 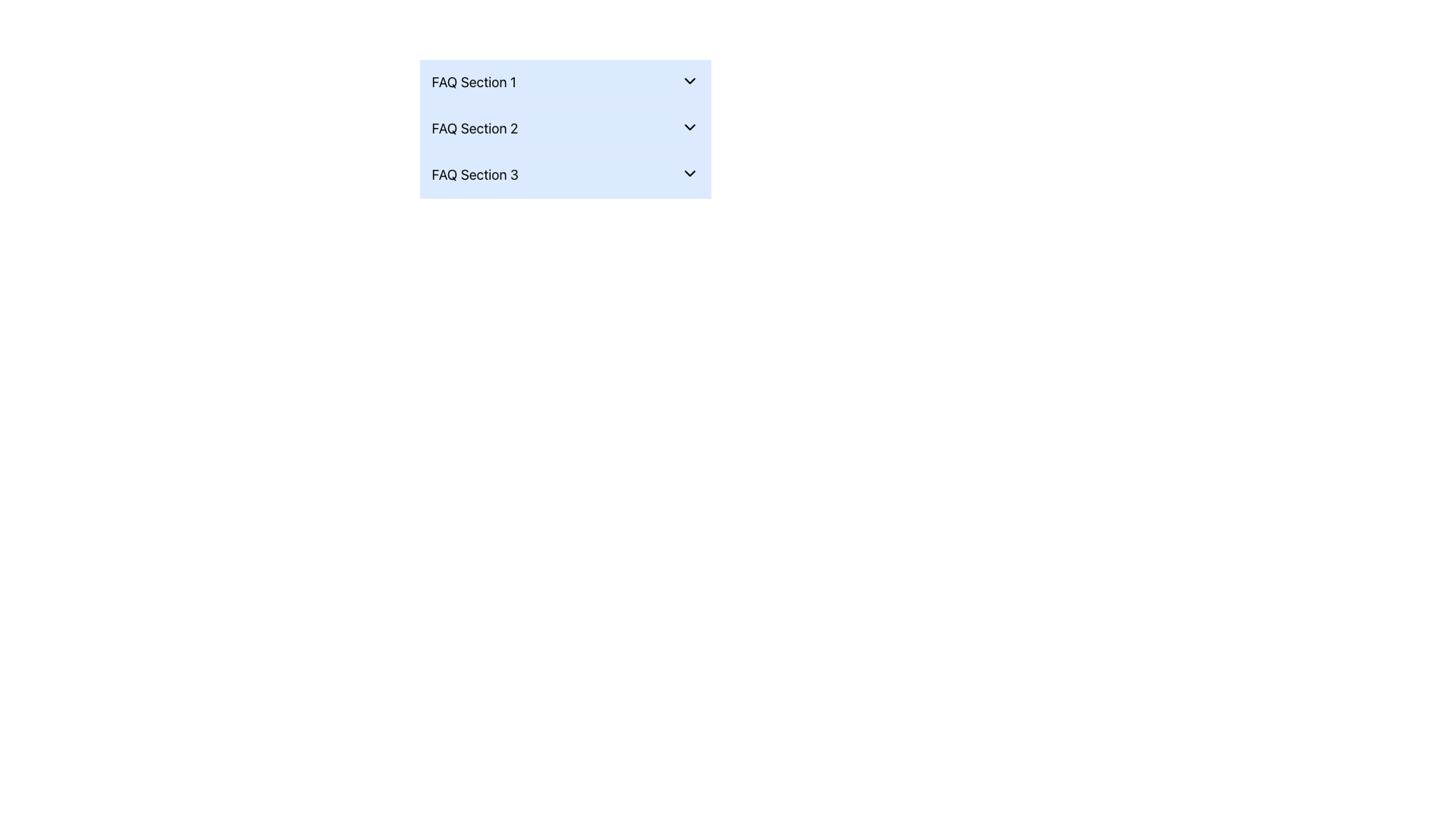 What do you see at coordinates (473, 82) in the screenshot?
I see `the 'FAQ Section 1' text label` at bounding box center [473, 82].